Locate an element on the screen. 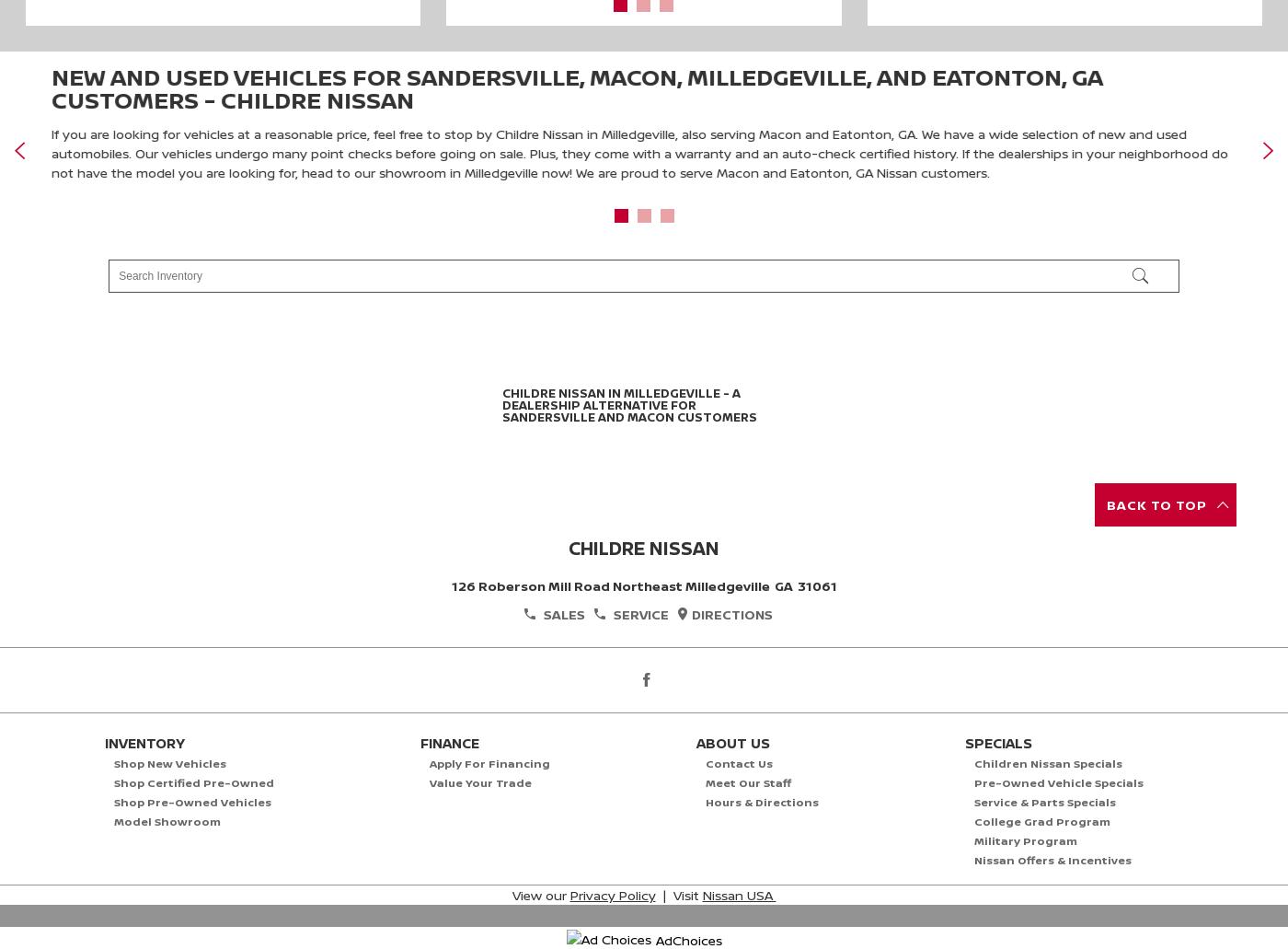 The width and height of the screenshot is (1288, 949). '31061' is located at coordinates (797, 584).